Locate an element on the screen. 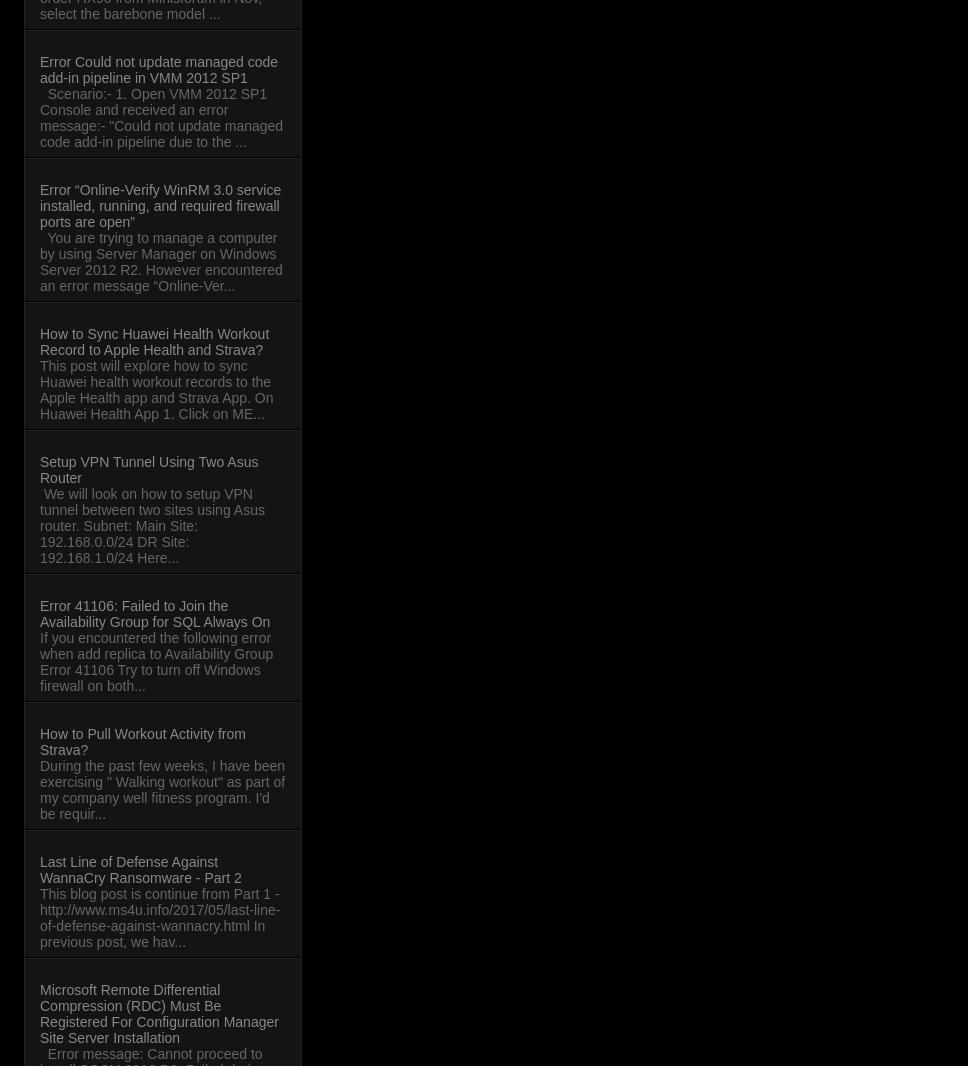  'This post will explore how to sync Huawei health workout records to the Apple Health app and Strava App. On Huawei Health App 1. Click on ME...' is located at coordinates (155, 390).